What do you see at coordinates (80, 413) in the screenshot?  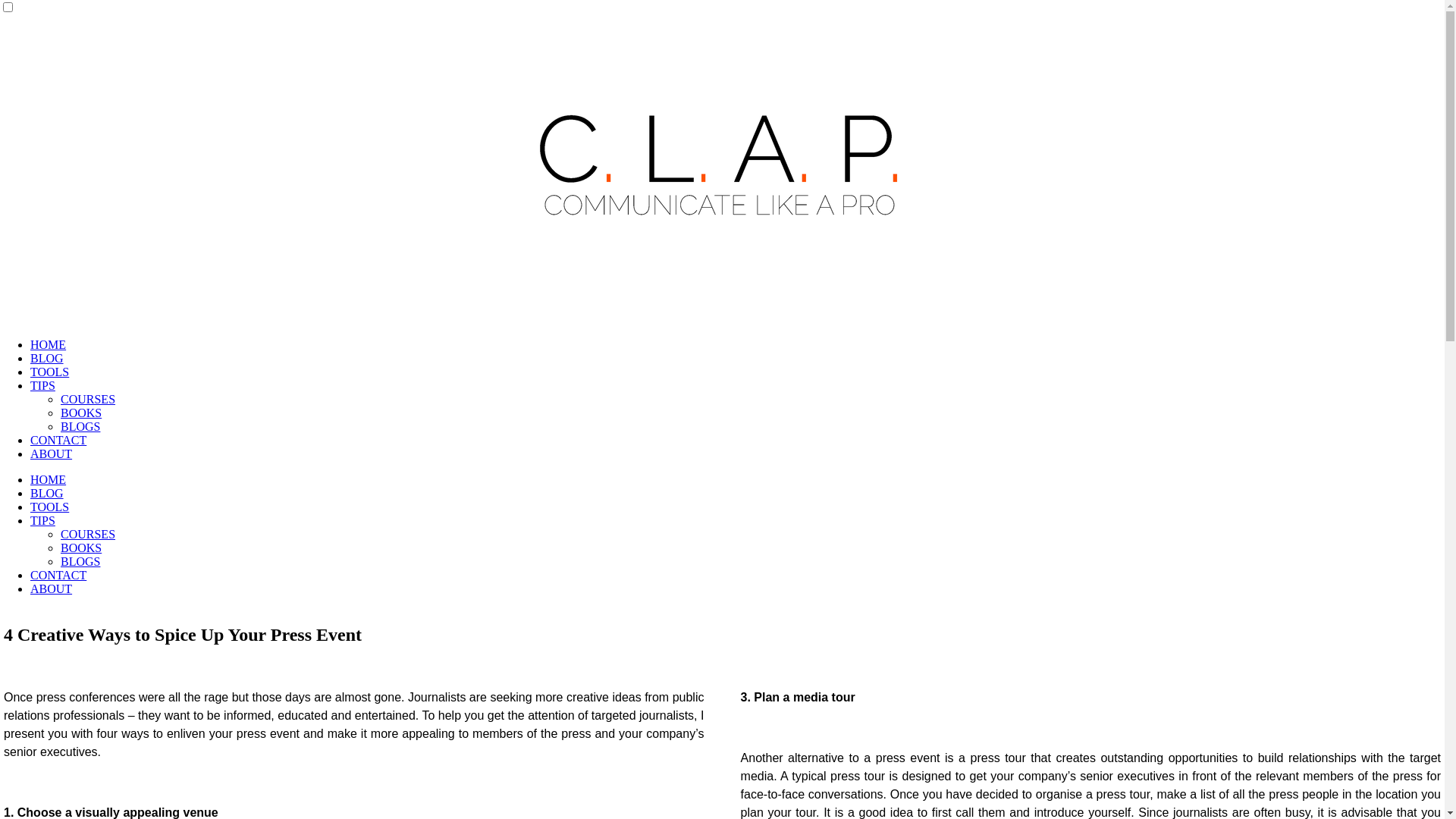 I see `'BOOKS'` at bounding box center [80, 413].